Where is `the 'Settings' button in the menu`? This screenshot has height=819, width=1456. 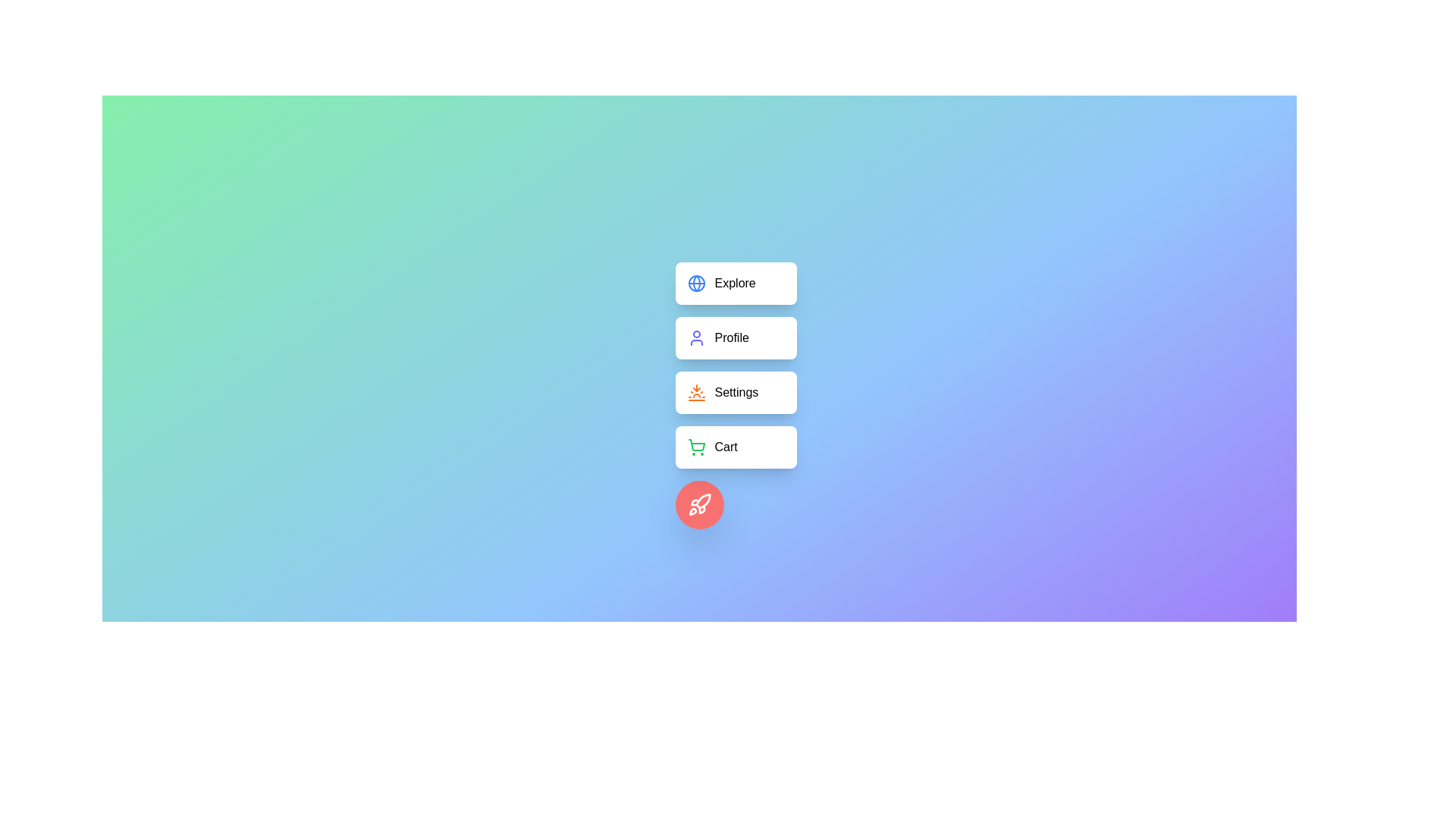 the 'Settings' button in the menu is located at coordinates (736, 391).